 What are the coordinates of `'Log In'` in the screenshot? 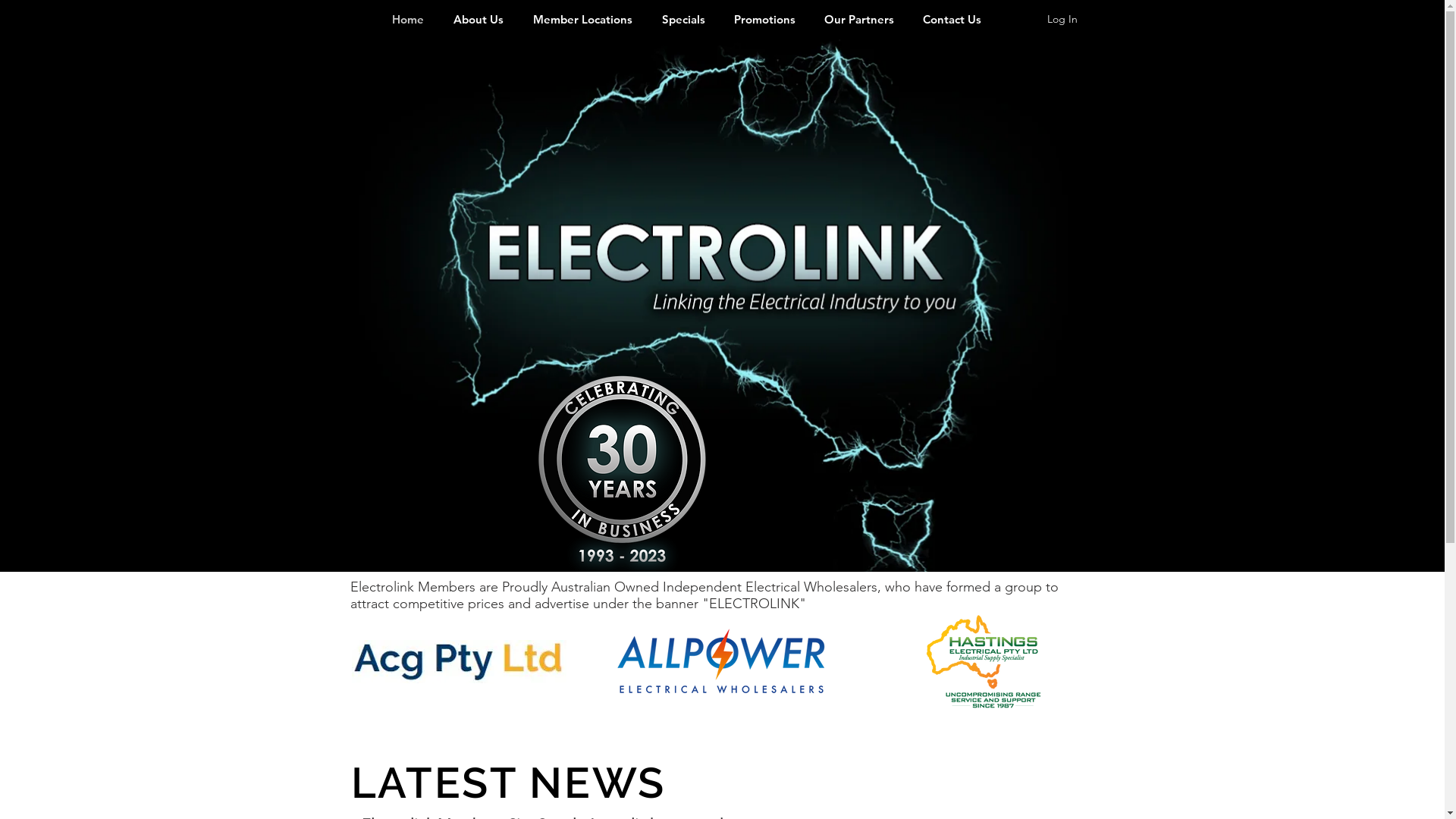 It's located at (1061, 20).